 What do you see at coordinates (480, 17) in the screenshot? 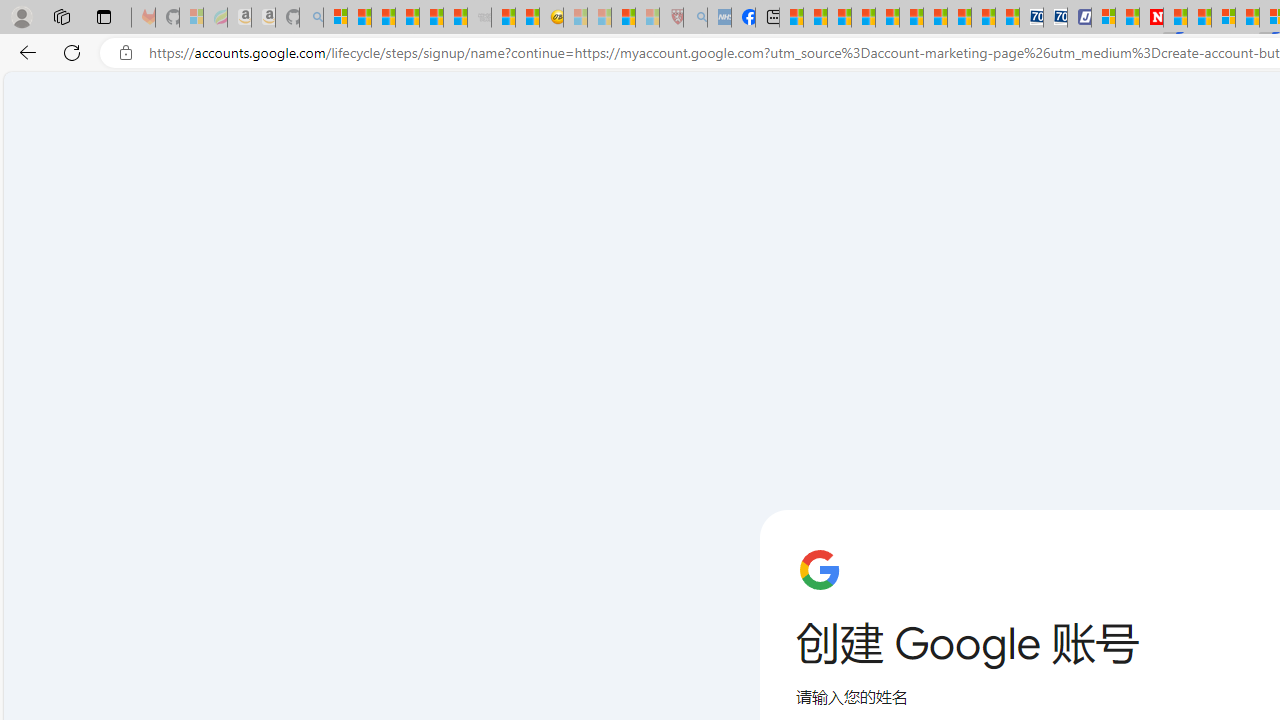
I see `'Combat Siege - Sleeping'` at bounding box center [480, 17].